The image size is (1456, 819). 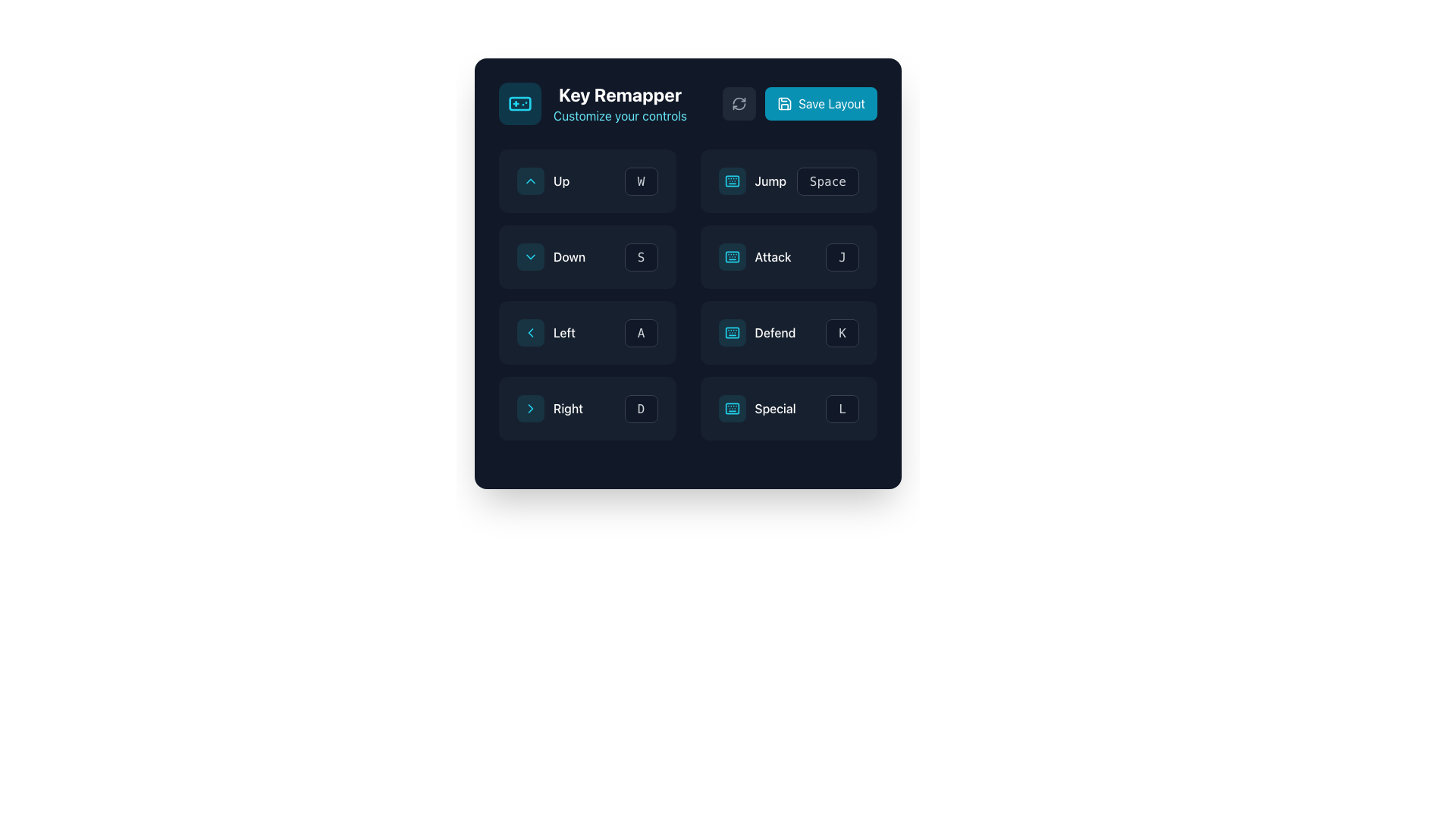 I want to click on the 'Attack' key binding button in the key remapping interface, so click(x=842, y=256).